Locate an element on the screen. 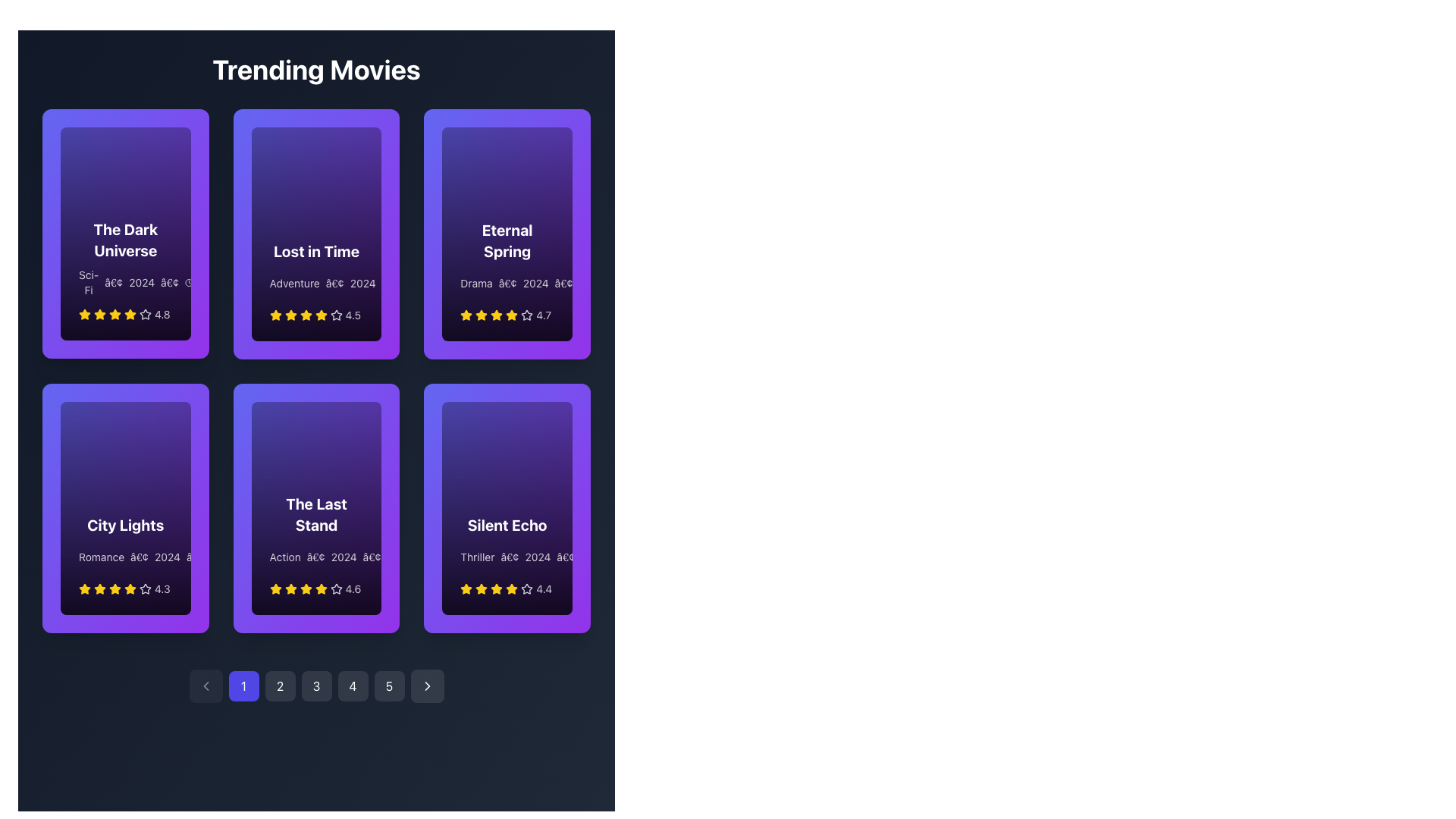 This screenshot has height=819, width=1456. the title text of the second movie card in the trending movies section is located at coordinates (315, 250).